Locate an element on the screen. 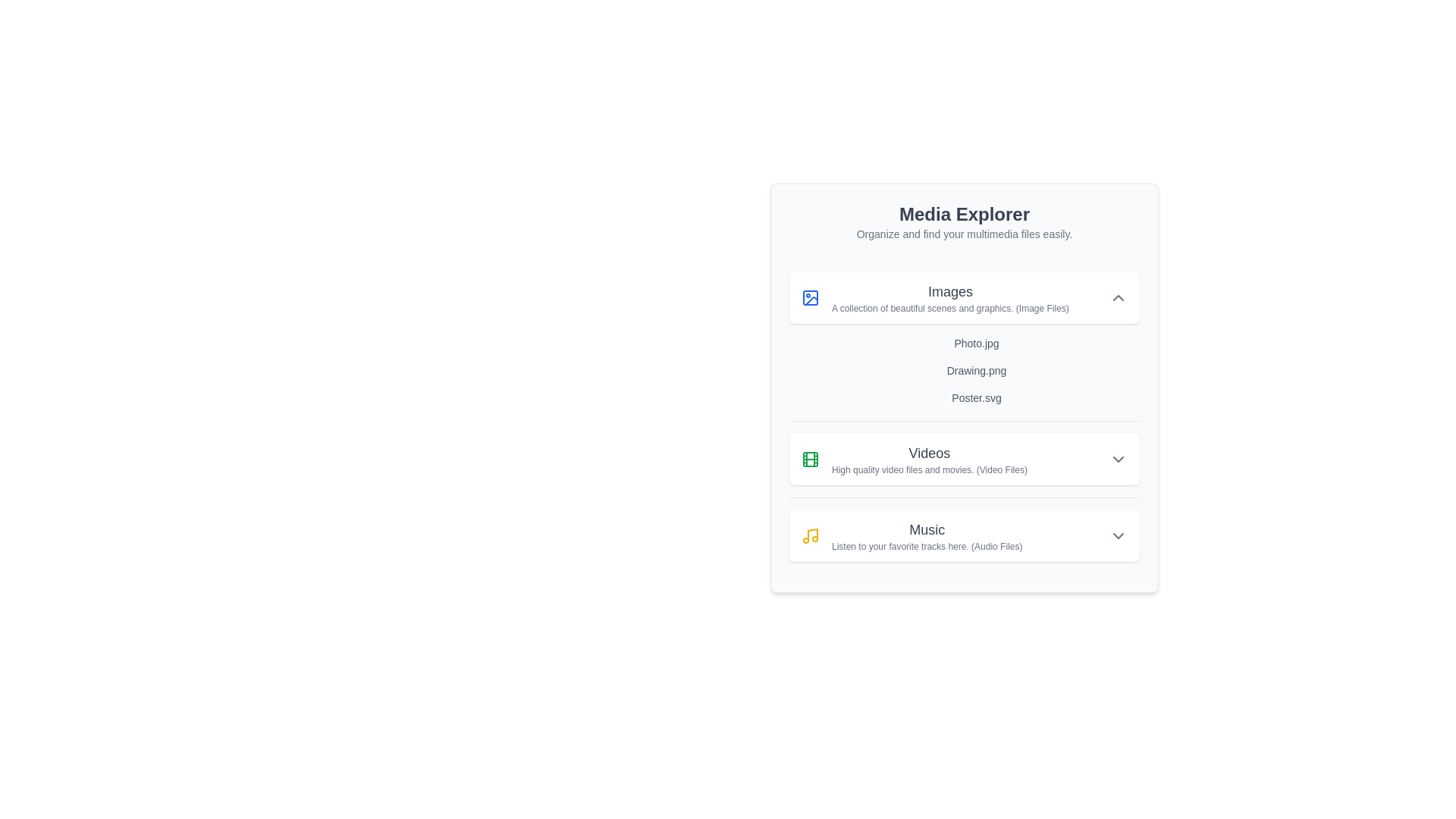  the List item with icon and text that is centrally positioned in a vertically stacked layout, located between the 'Images' and 'Music' sections is located at coordinates (913, 458).